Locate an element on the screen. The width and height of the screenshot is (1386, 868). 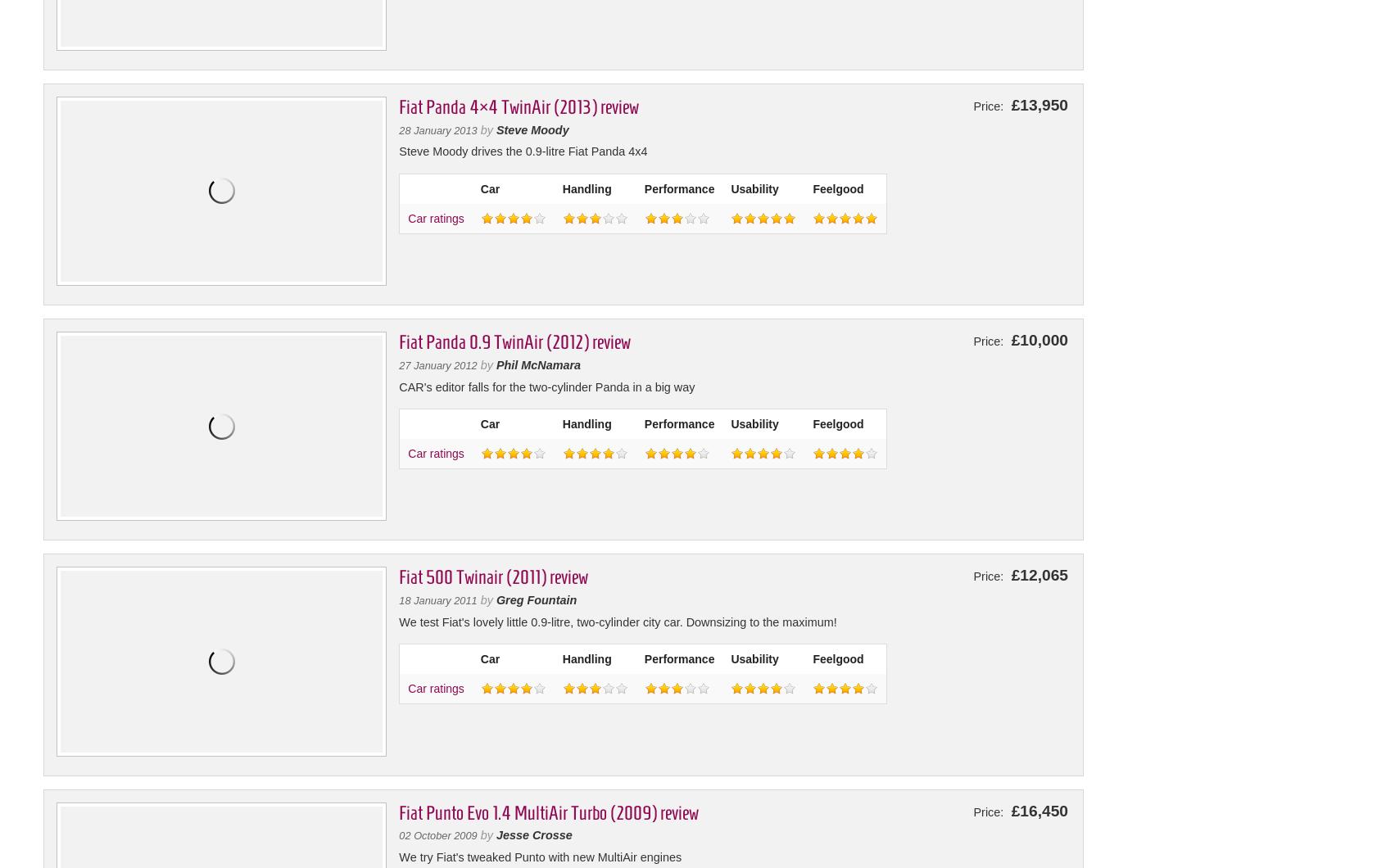
'Fiat Punto Evo 1.4 MultiAir Turbo (2009) review' is located at coordinates (397, 811).